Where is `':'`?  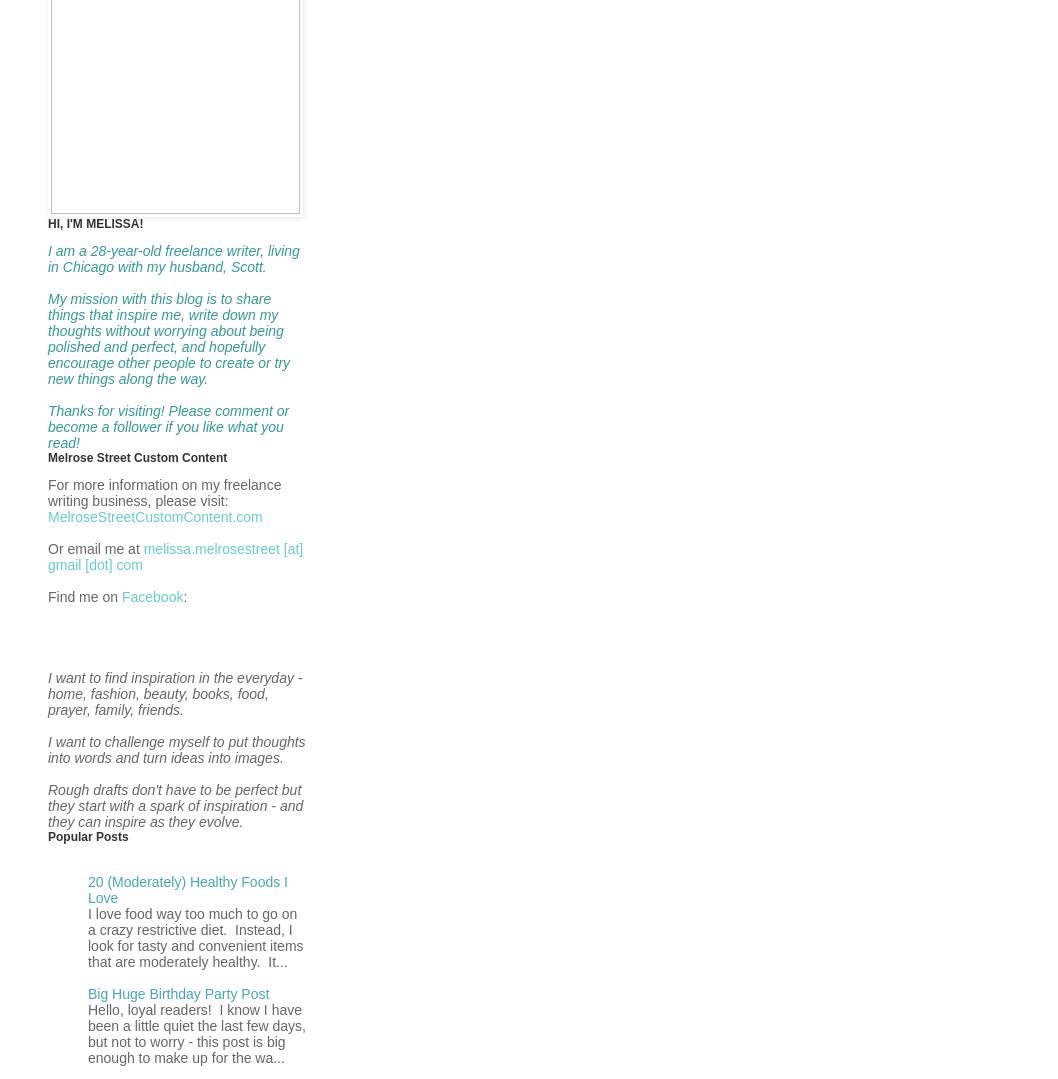
':' is located at coordinates (183, 596).